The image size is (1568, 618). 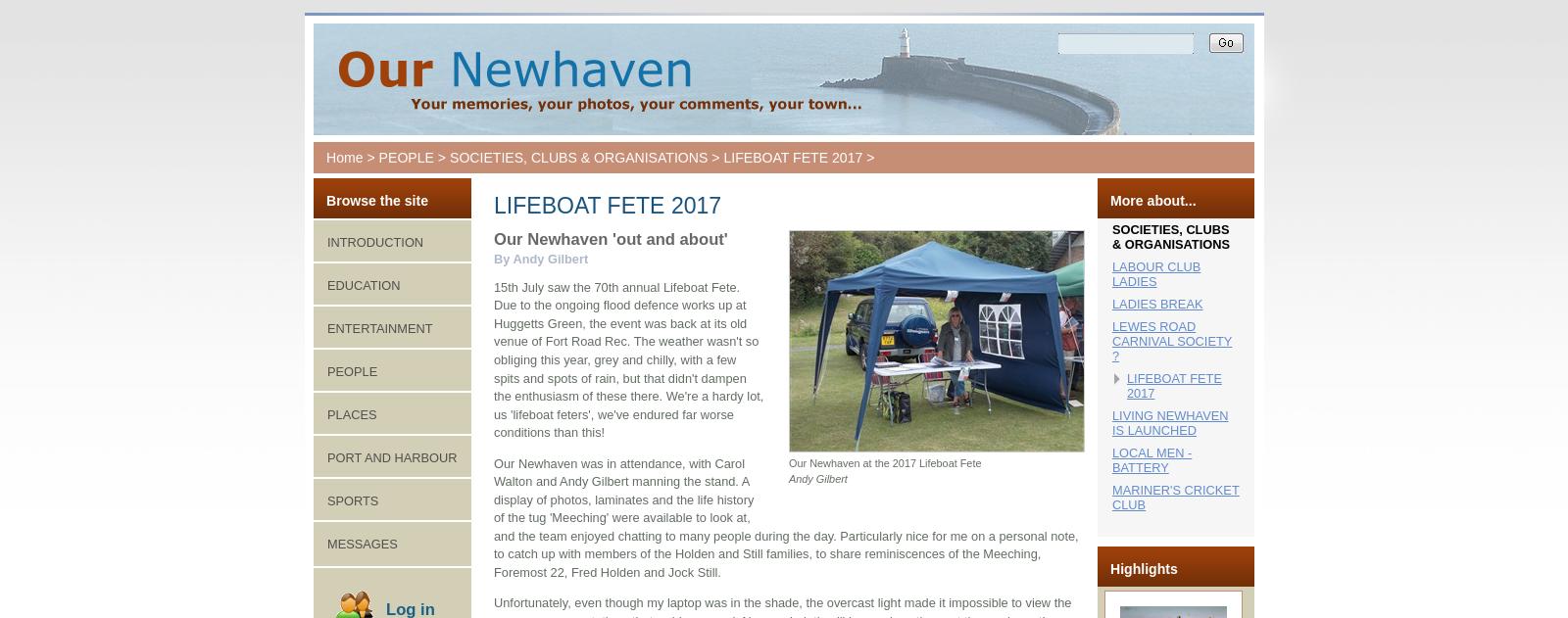 What do you see at coordinates (326, 544) in the screenshot?
I see `'MESSAGES'` at bounding box center [326, 544].